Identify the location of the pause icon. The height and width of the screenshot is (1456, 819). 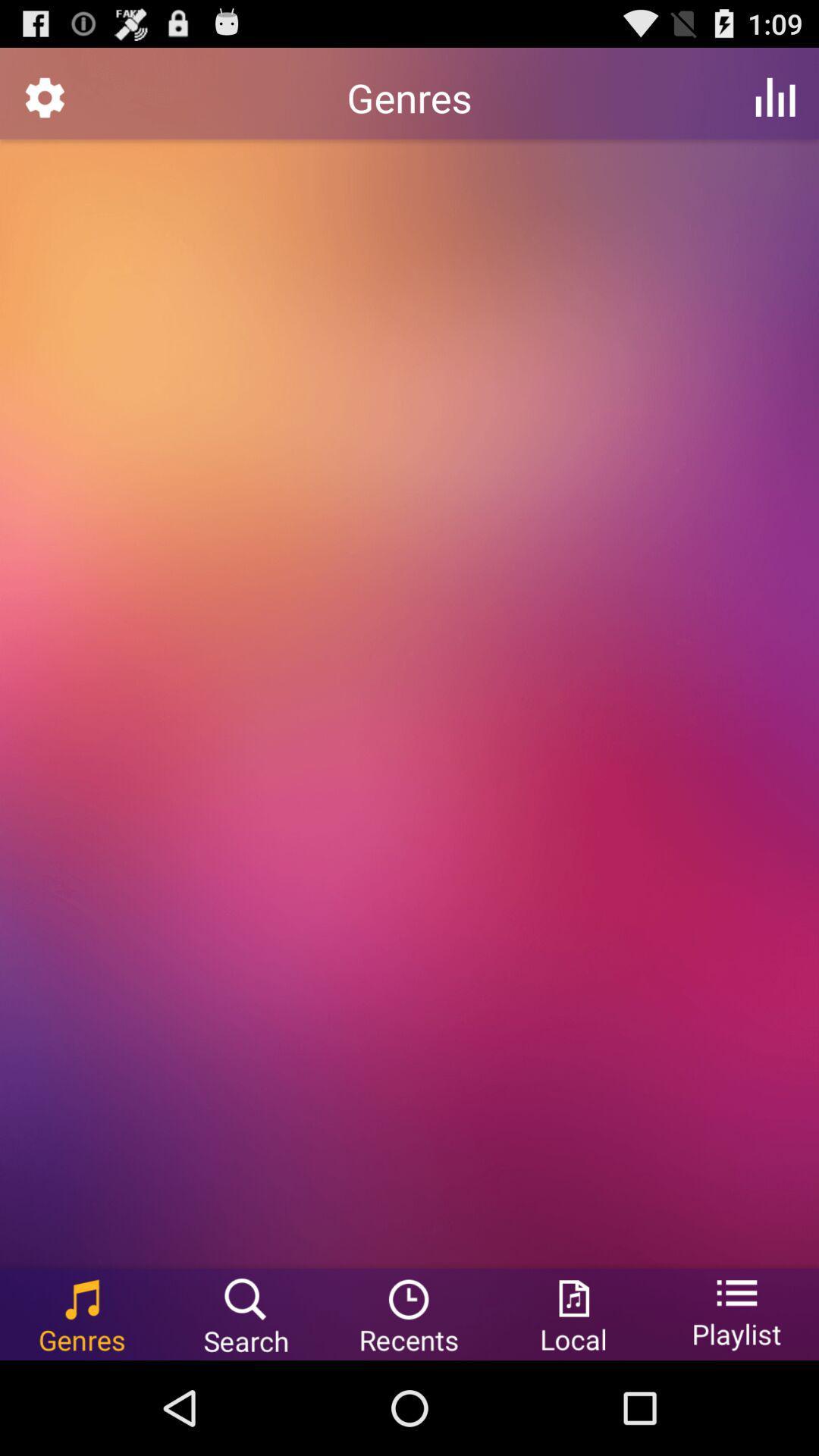
(775, 103).